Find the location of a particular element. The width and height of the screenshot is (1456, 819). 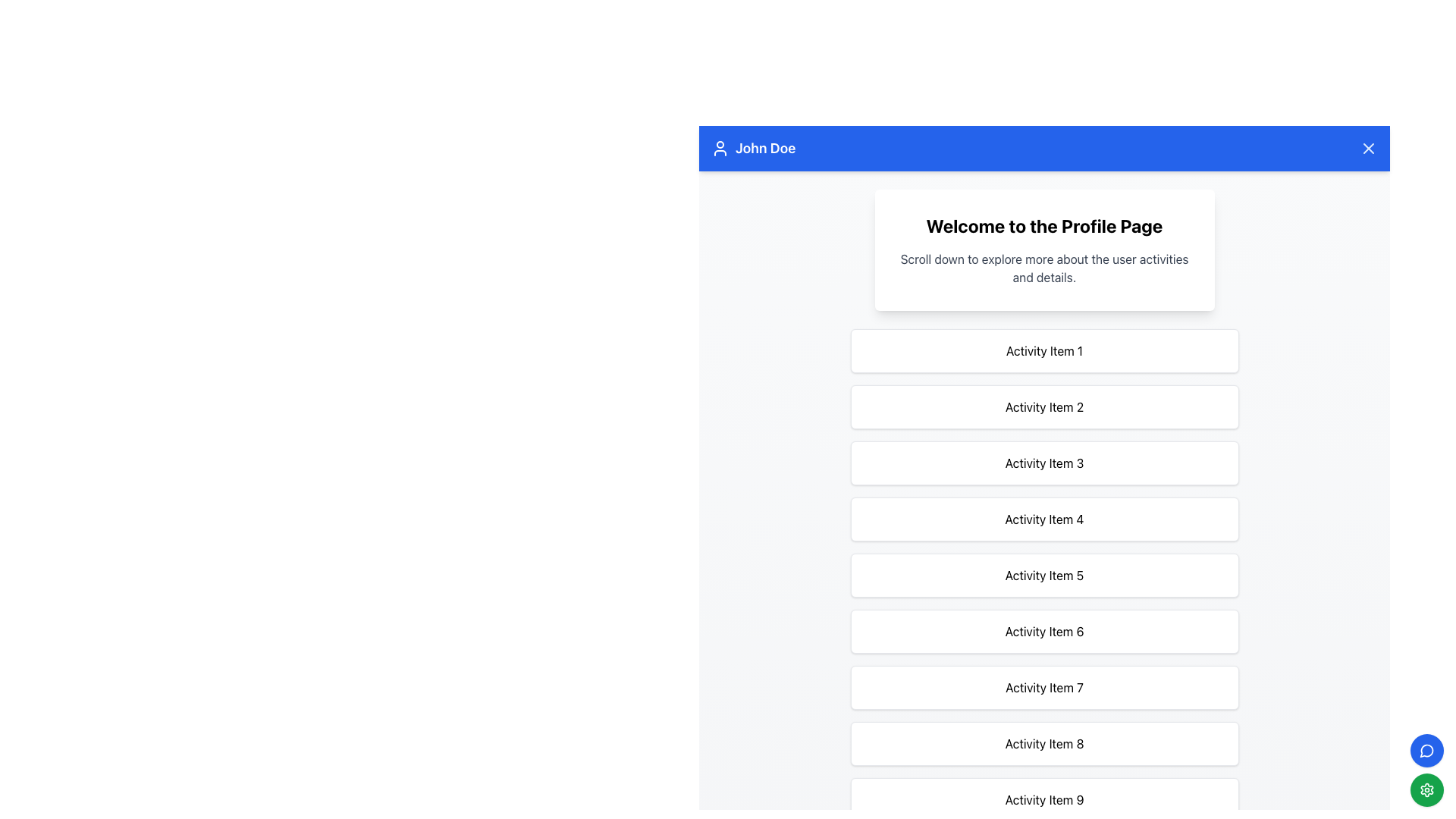

the eighth activity item labeled 'Activity Item 8' is located at coordinates (1043, 742).